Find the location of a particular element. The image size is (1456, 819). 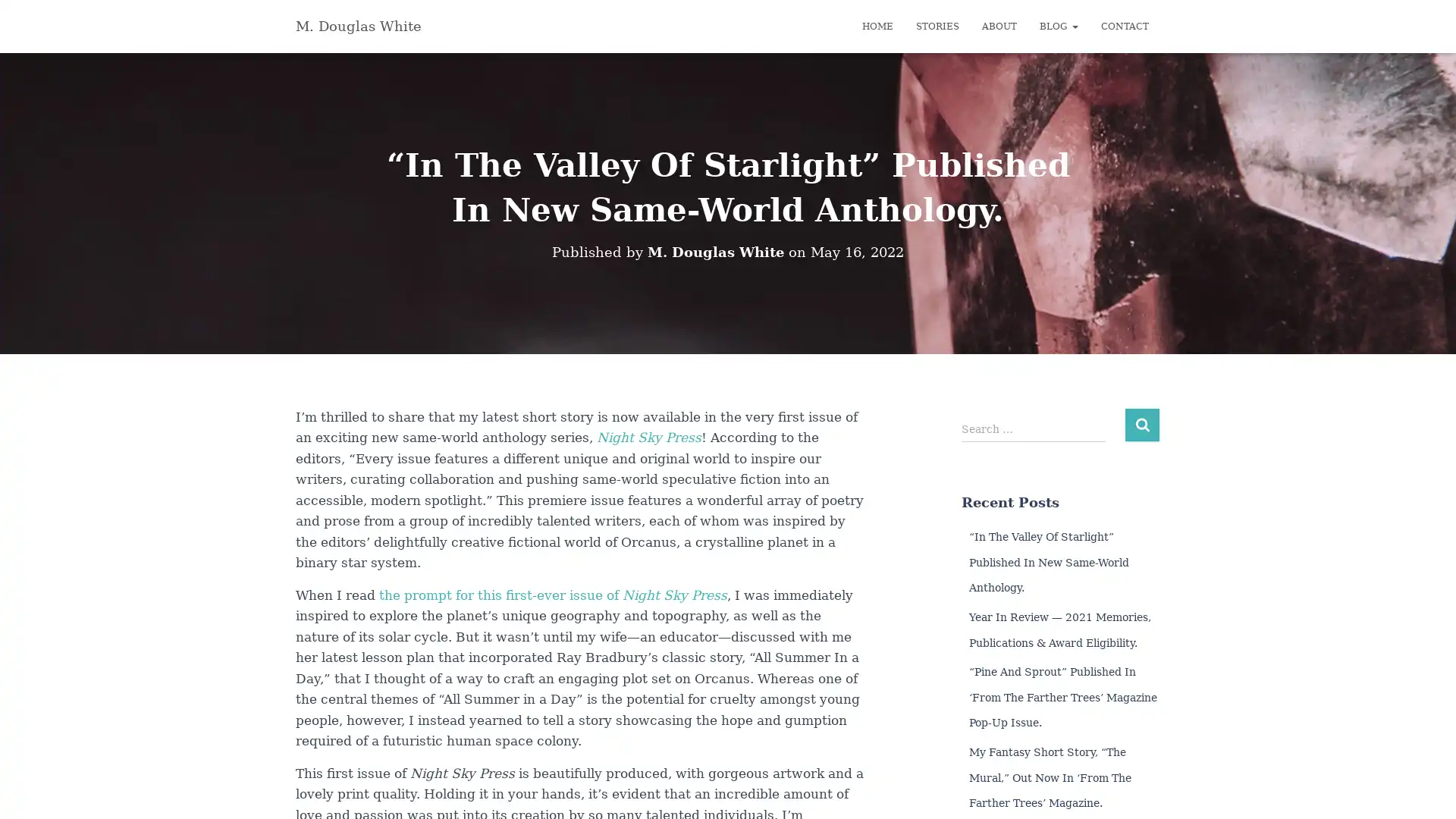

Search is located at coordinates (1142, 424).